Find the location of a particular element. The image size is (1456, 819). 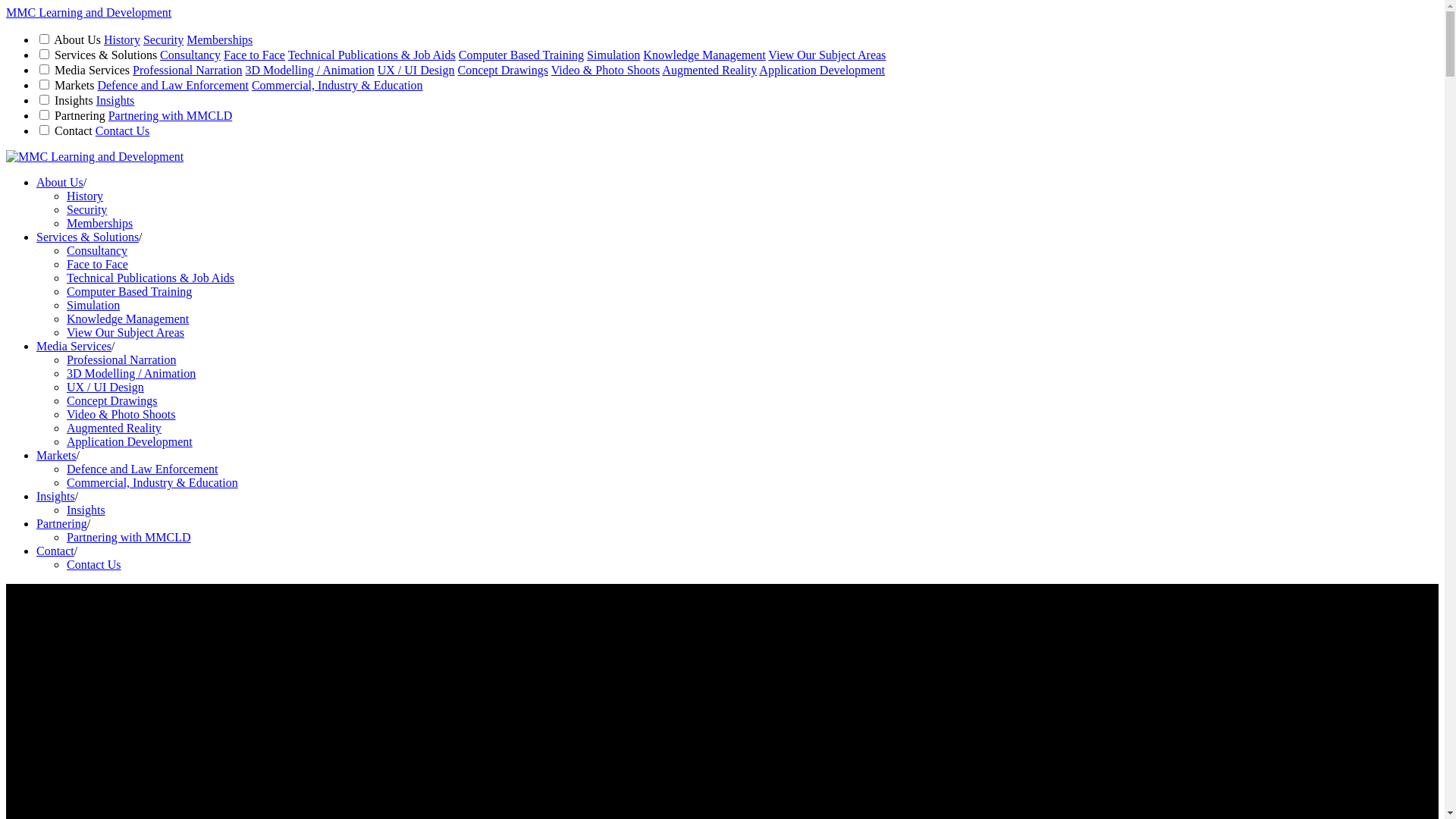

'Concept Drawings' is located at coordinates (111, 400).